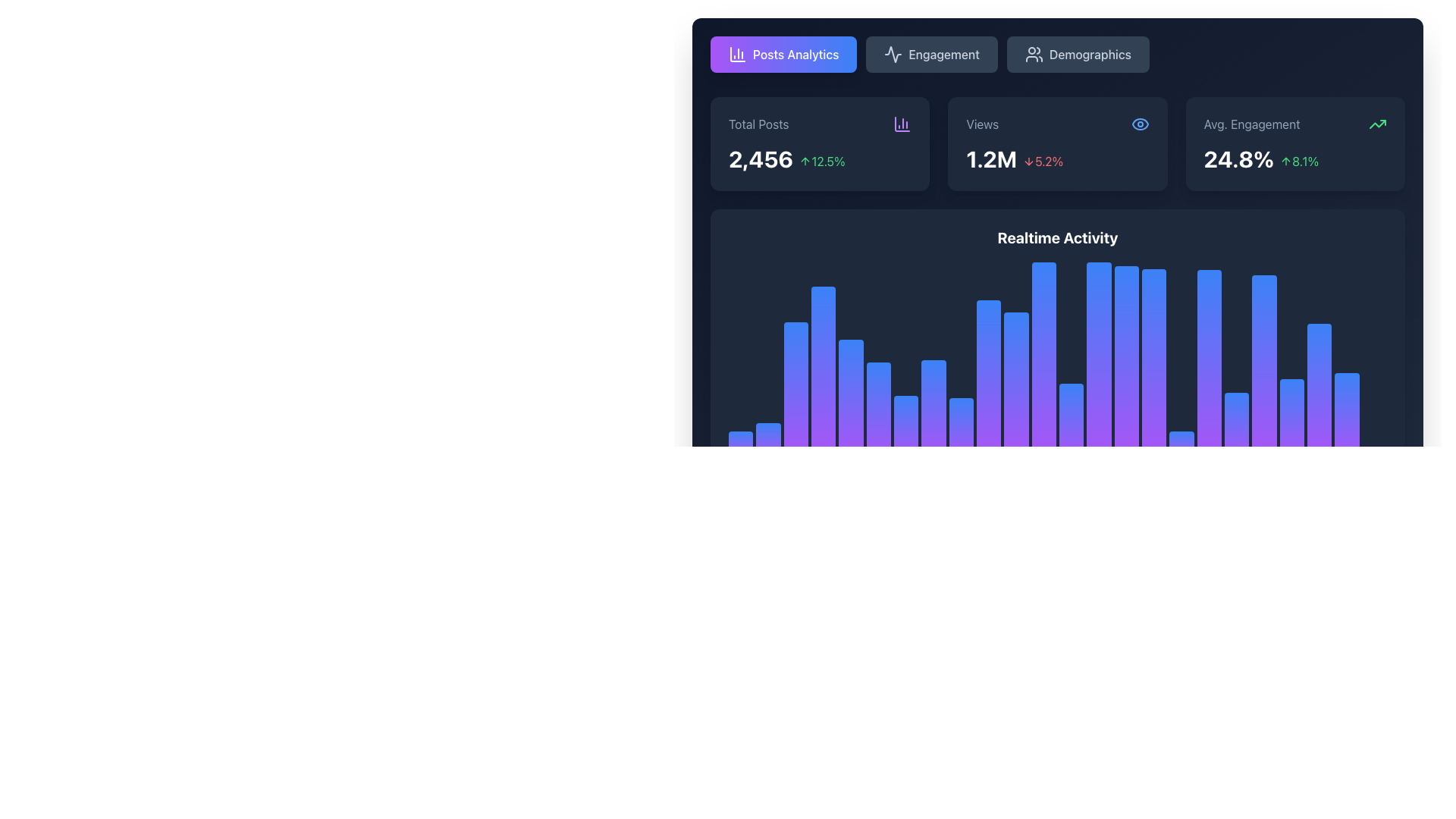  I want to click on the 'Engagement' button located in the top navigation bar, so click(893, 54).